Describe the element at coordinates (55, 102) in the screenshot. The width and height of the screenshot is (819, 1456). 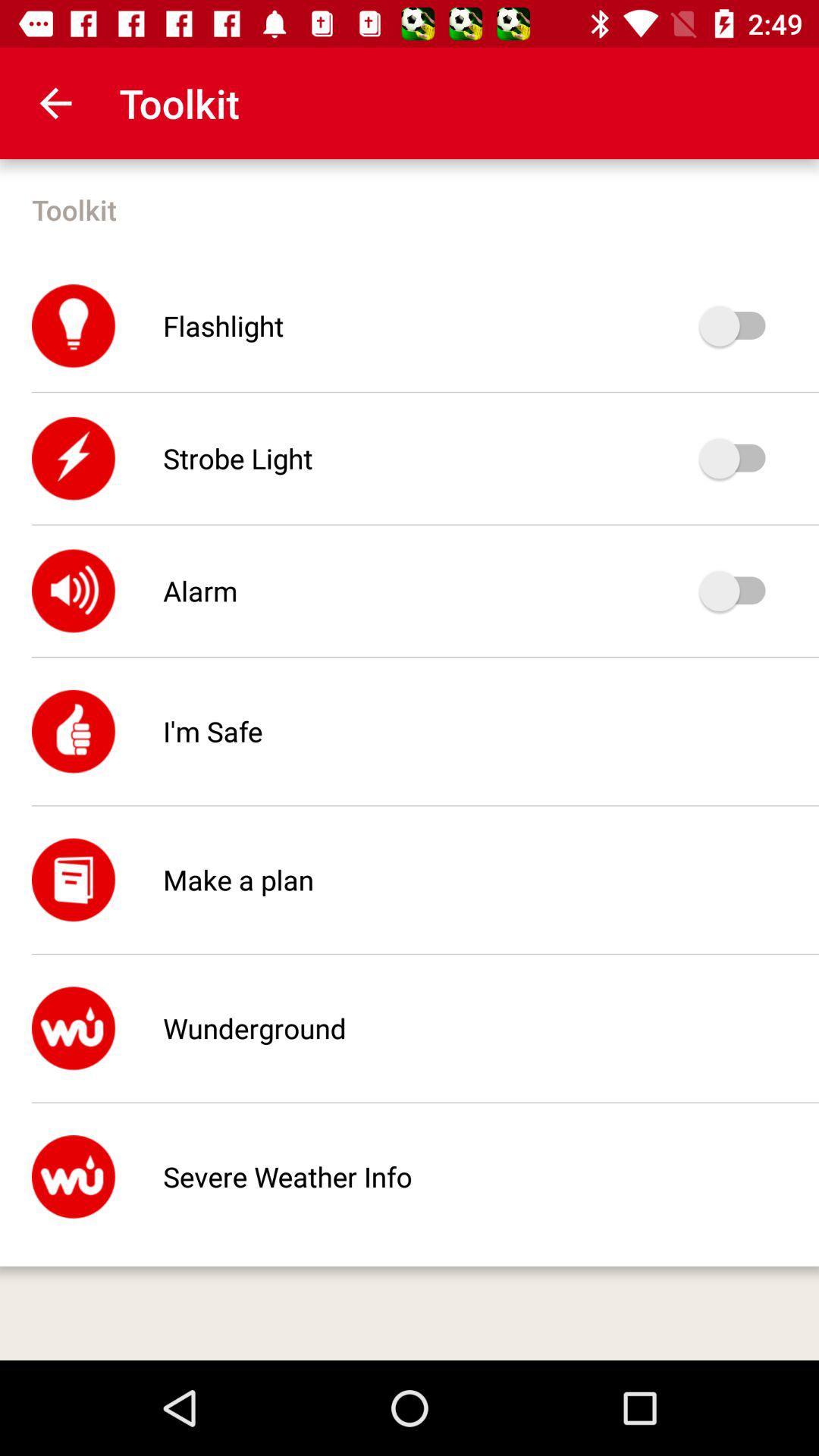
I see `the app to the left of toolkit app` at that location.